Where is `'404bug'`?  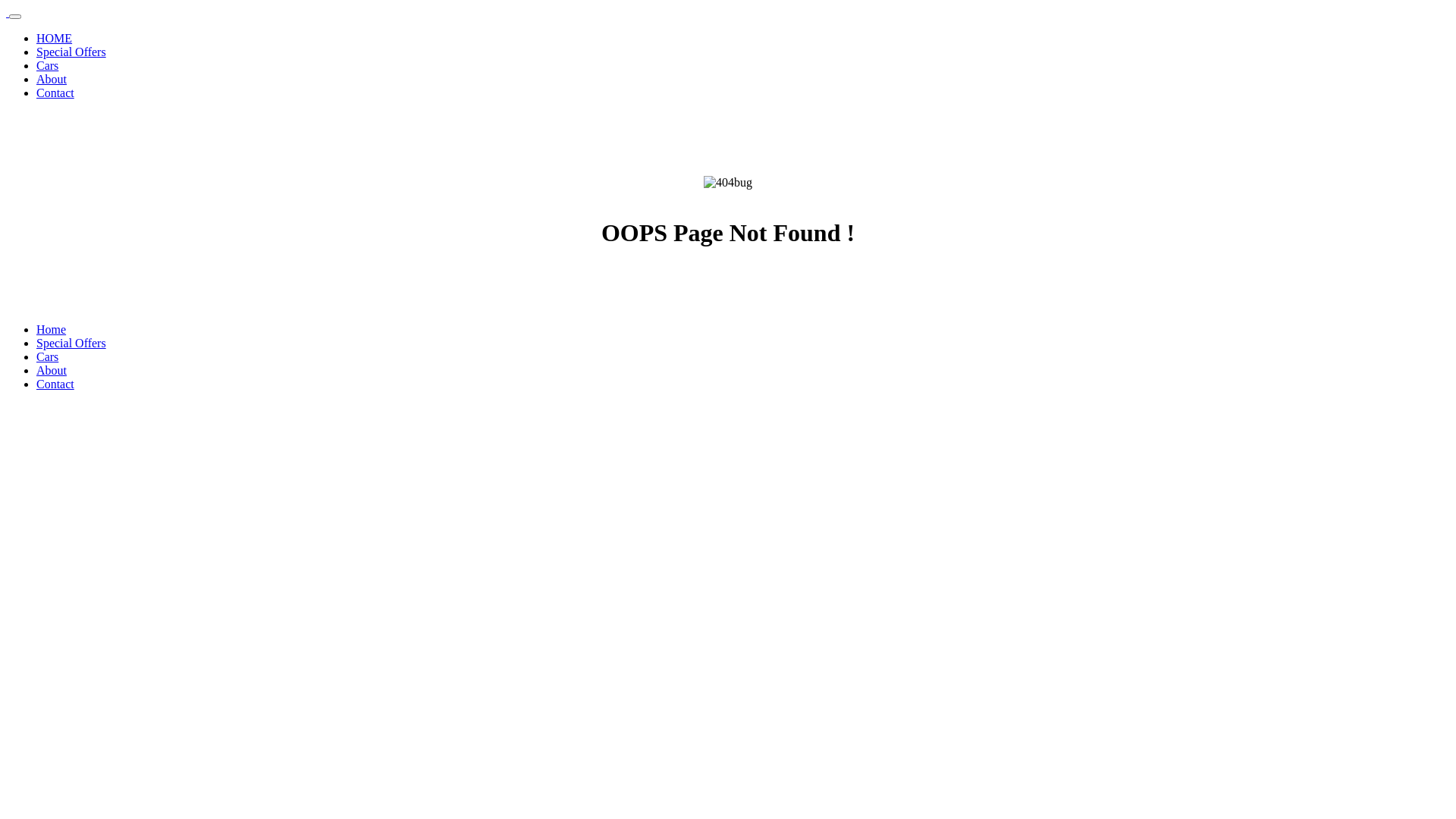
'404bug' is located at coordinates (728, 181).